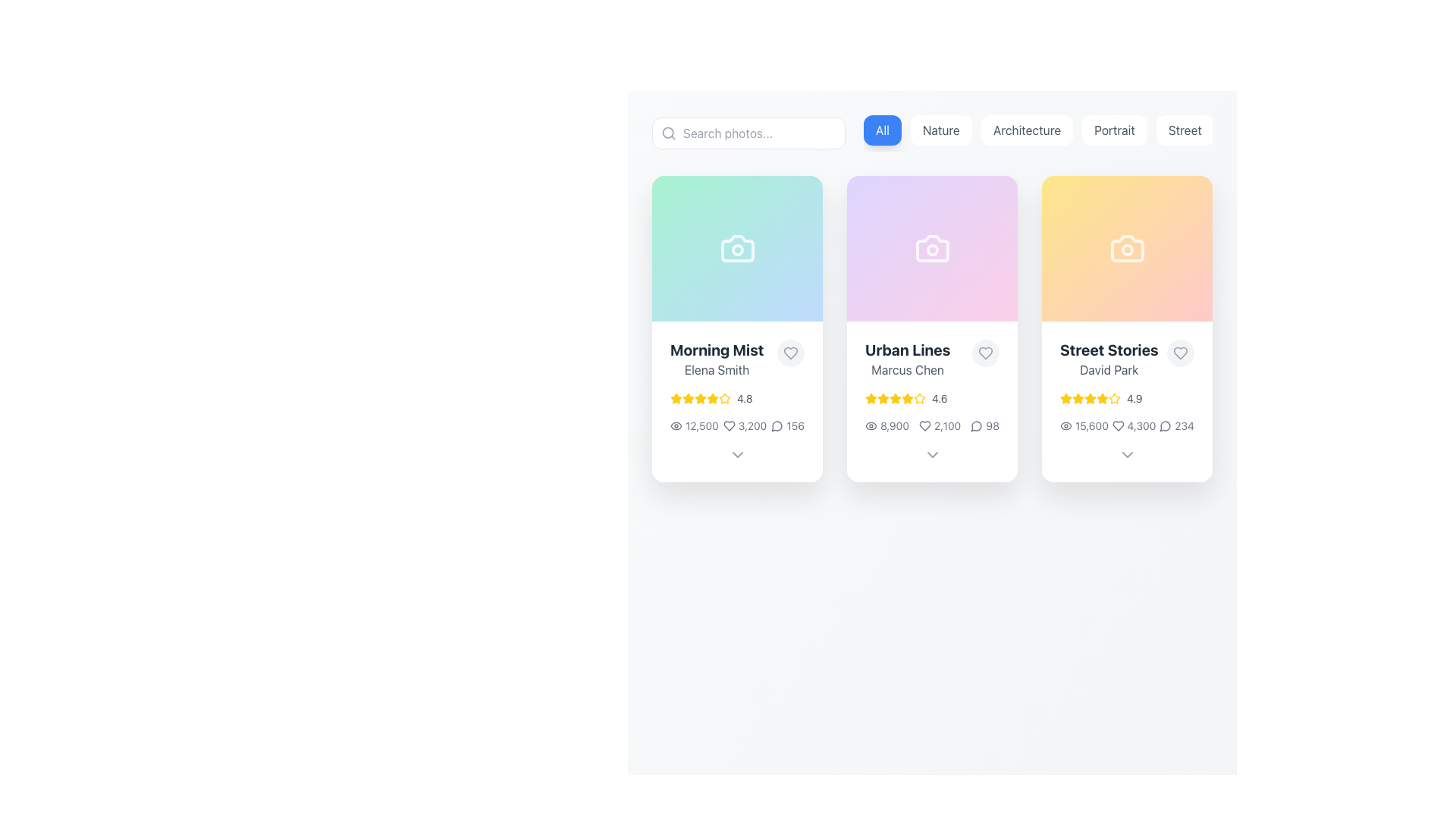 The image size is (1456, 819). Describe the element at coordinates (1127, 247) in the screenshot. I see `the camera icon with a white outline on a gradient background within the 'Street Stories' card by 'David Park'` at that location.